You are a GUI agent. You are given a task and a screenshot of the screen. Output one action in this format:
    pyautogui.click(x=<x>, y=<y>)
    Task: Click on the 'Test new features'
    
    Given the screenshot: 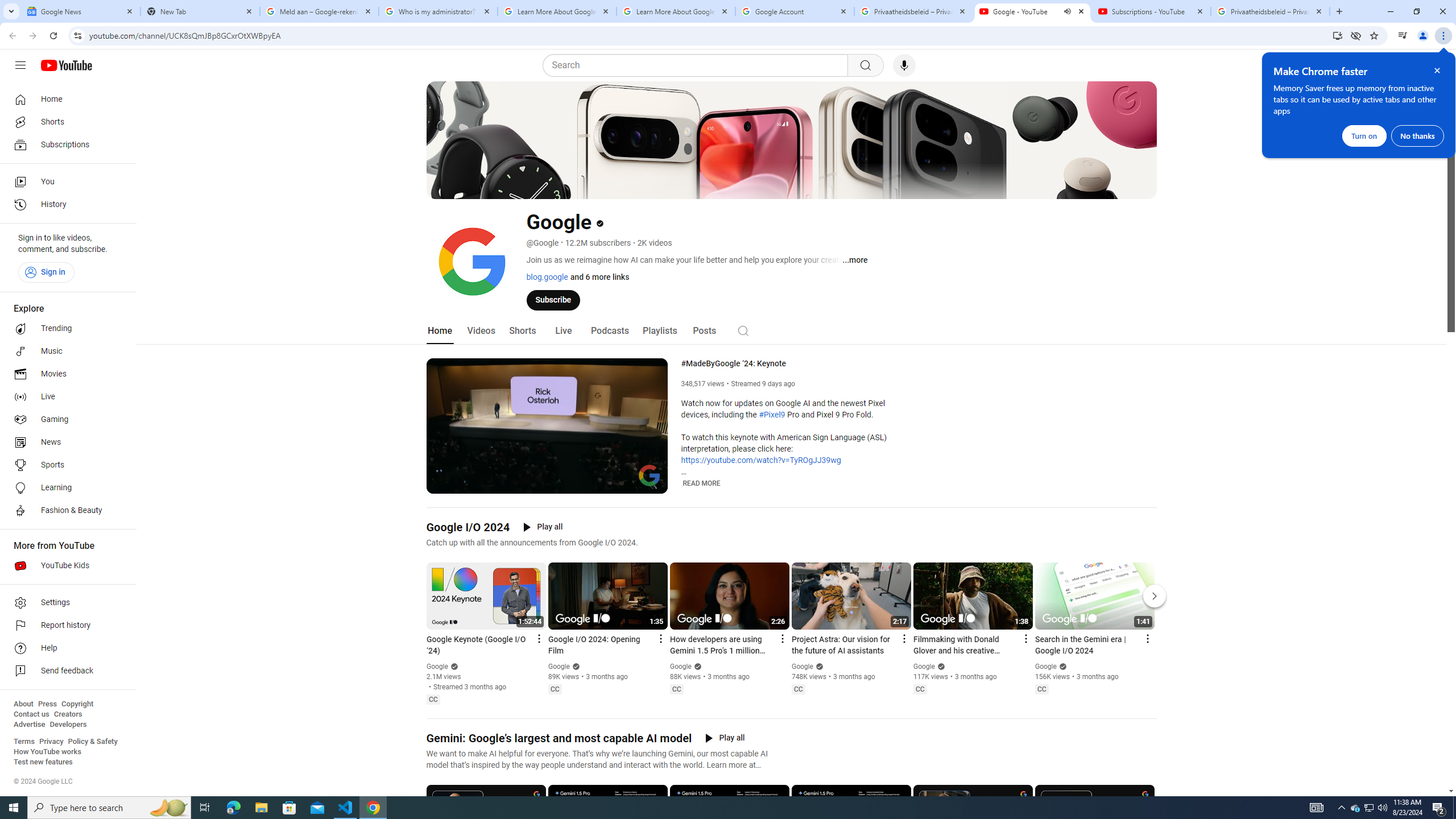 What is the action you would take?
    pyautogui.click(x=42, y=761)
    